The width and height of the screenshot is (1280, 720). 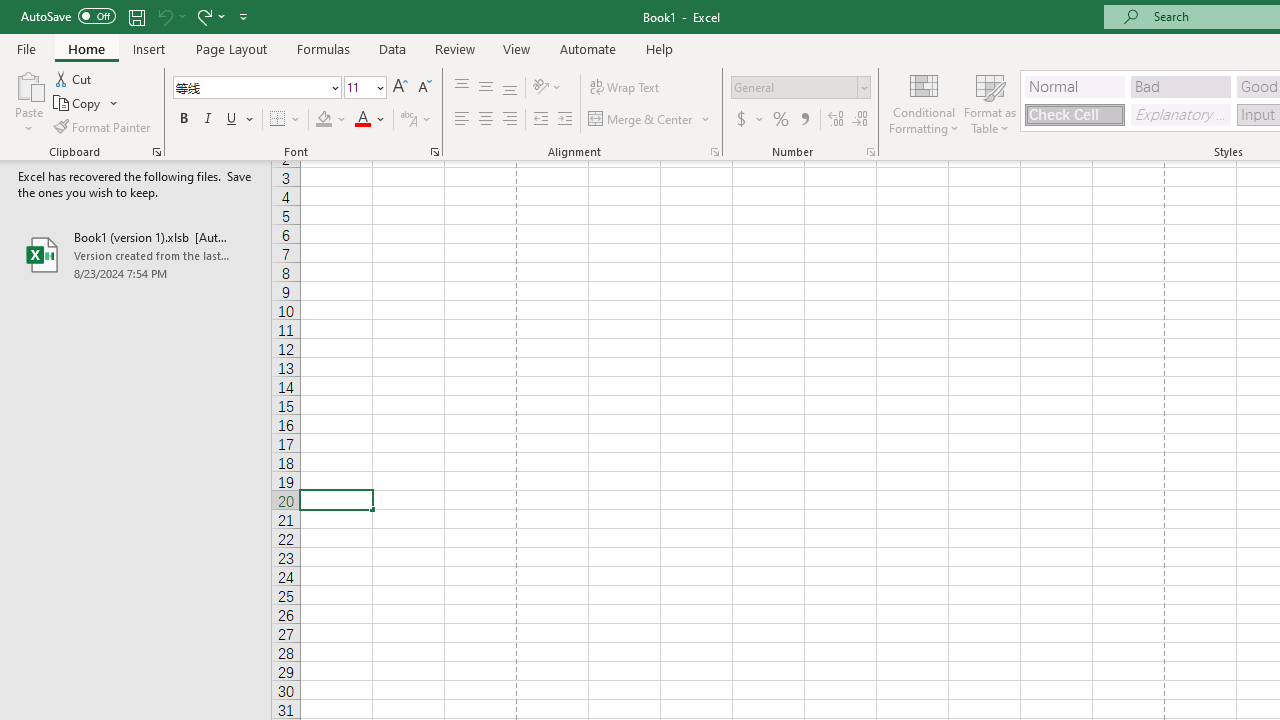 I want to click on 'View', so click(x=517, y=48).